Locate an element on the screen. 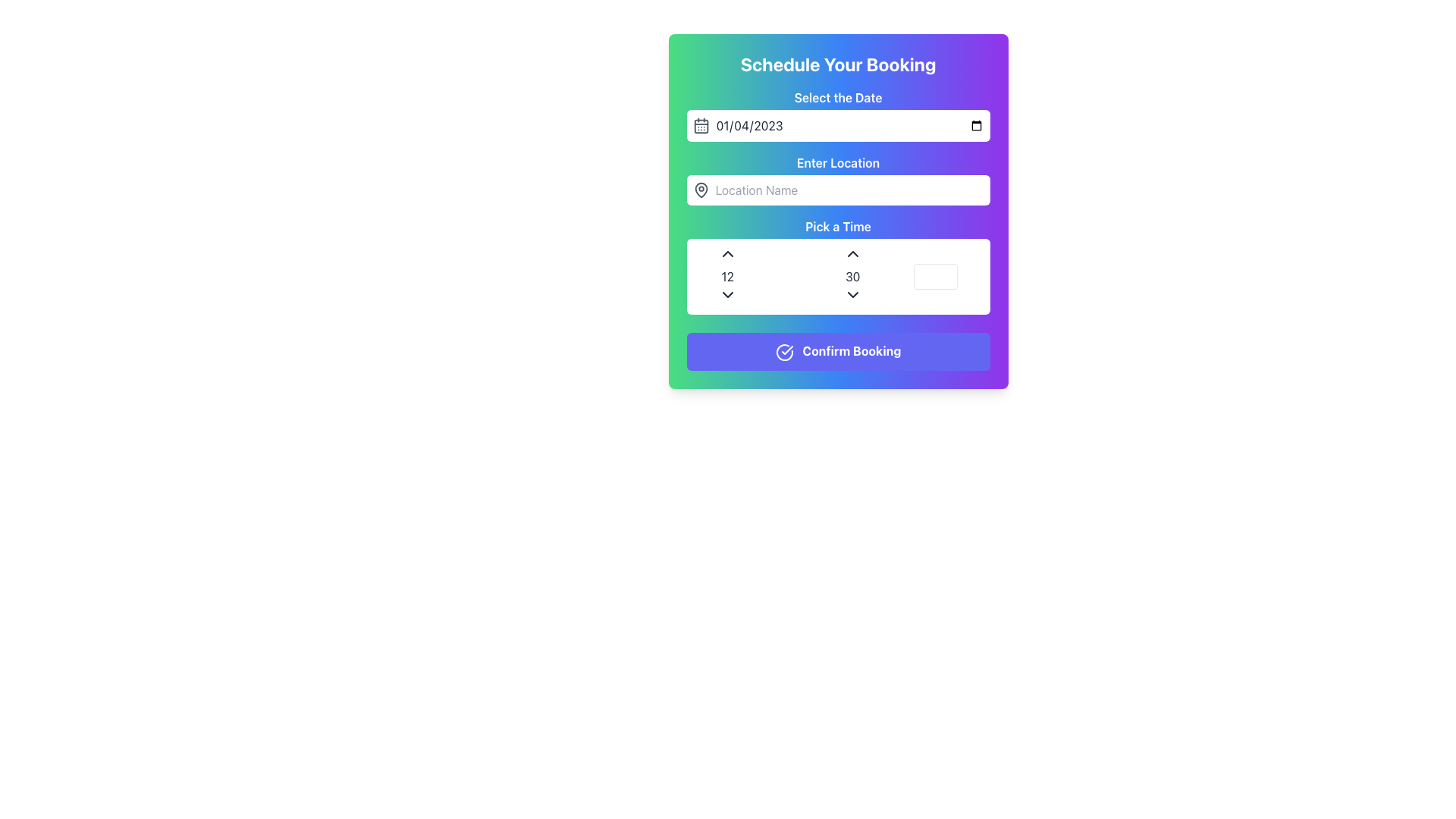 This screenshot has height=819, width=1456. the Text Label that instructs users to input their location, which is positioned above the input field for the location name is located at coordinates (837, 163).